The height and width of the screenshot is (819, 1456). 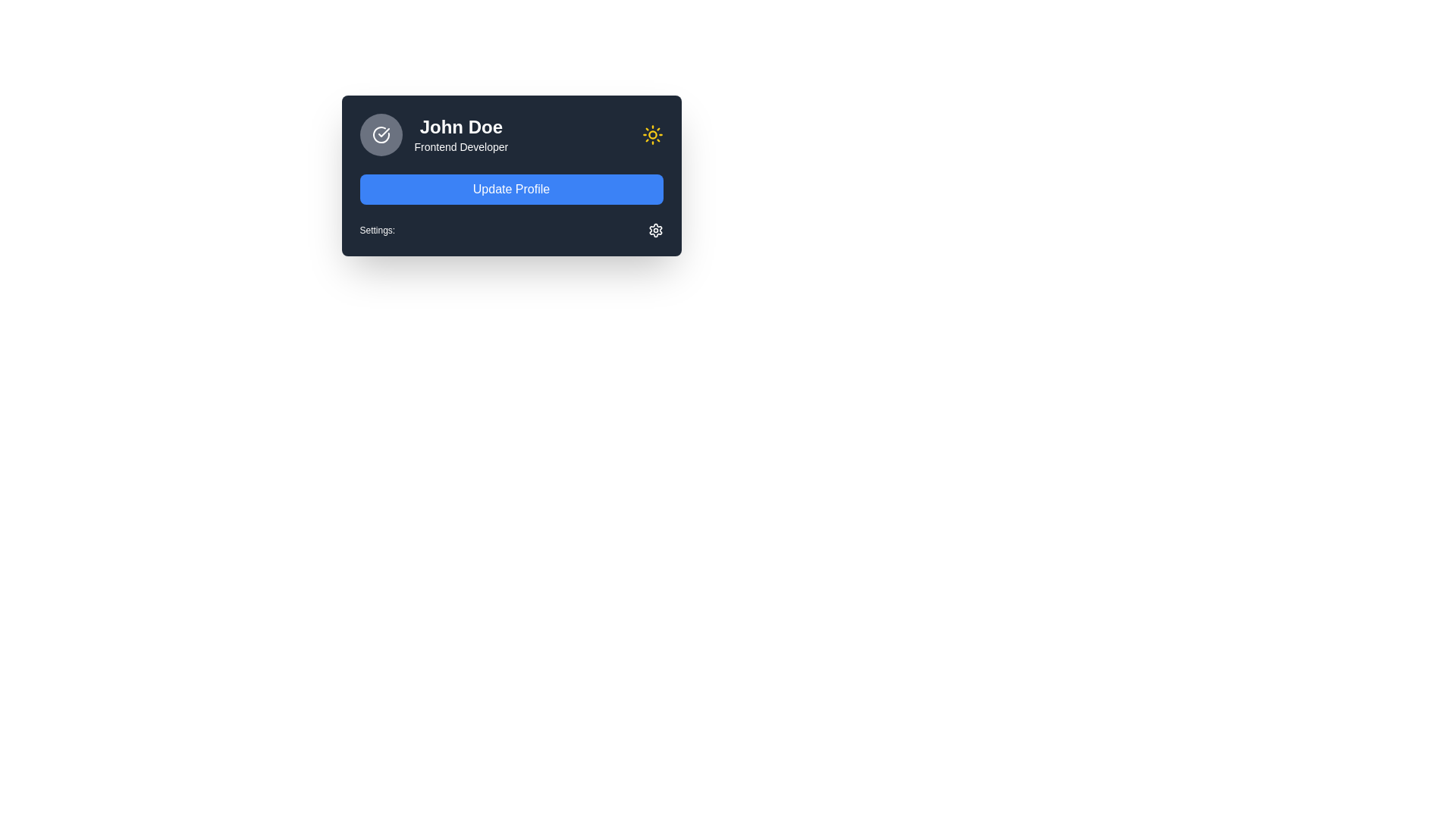 I want to click on the text label displaying the user's name, located at the top center of the card-like UI component, above the sibling text 'Frontend Developer', so click(x=460, y=127).